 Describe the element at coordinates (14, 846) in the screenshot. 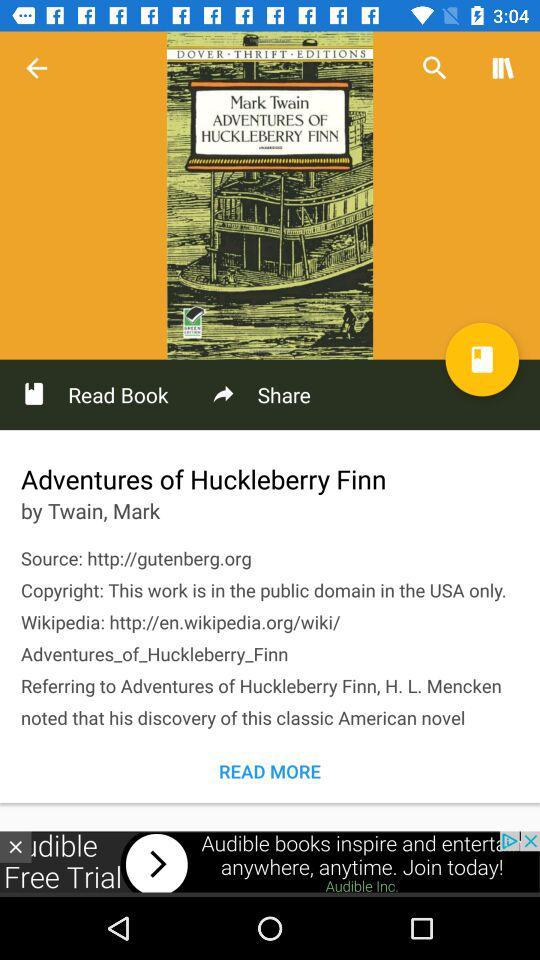

I see `the close icon` at that location.